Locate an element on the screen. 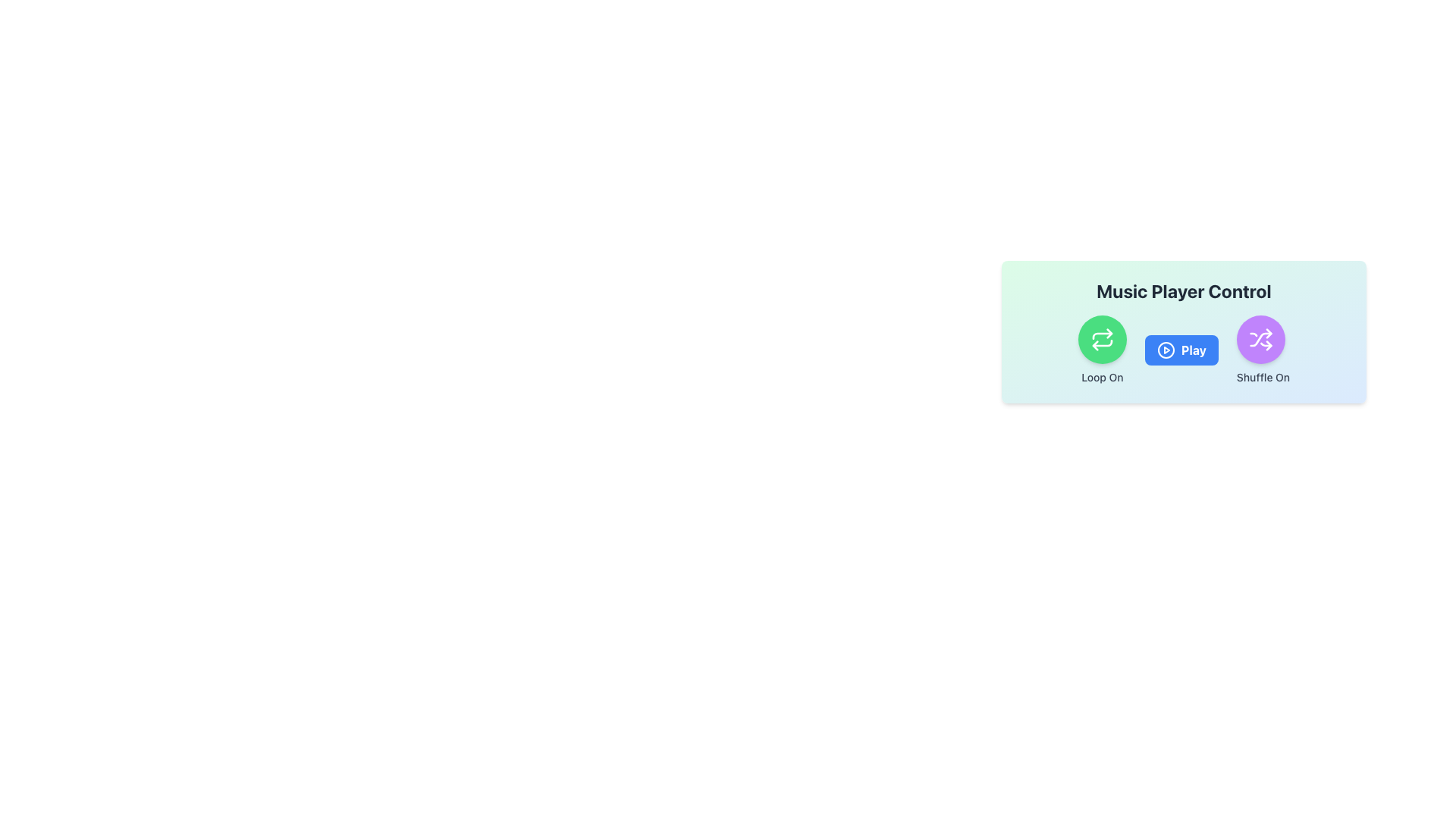 The image size is (1456, 819). the shuffle icon, which is a circular button with a purple background and a white stroke, located at the far right of a row of three icons is located at coordinates (1260, 338).